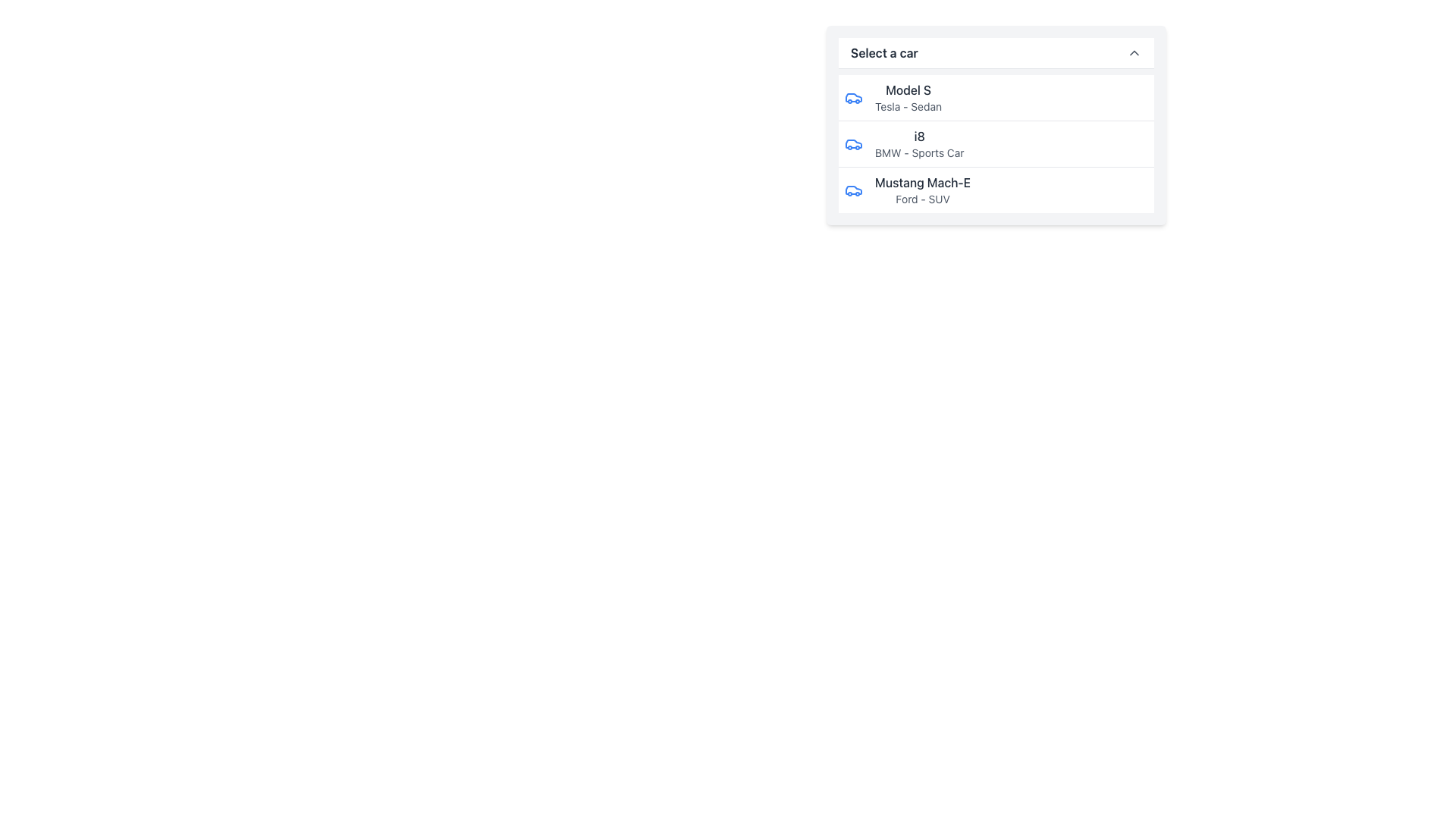  Describe the element at coordinates (996, 124) in the screenshot. I see `the dropdown menu element labeled 'Select a car', specifically targeting the second option in the vertical list` at that location.